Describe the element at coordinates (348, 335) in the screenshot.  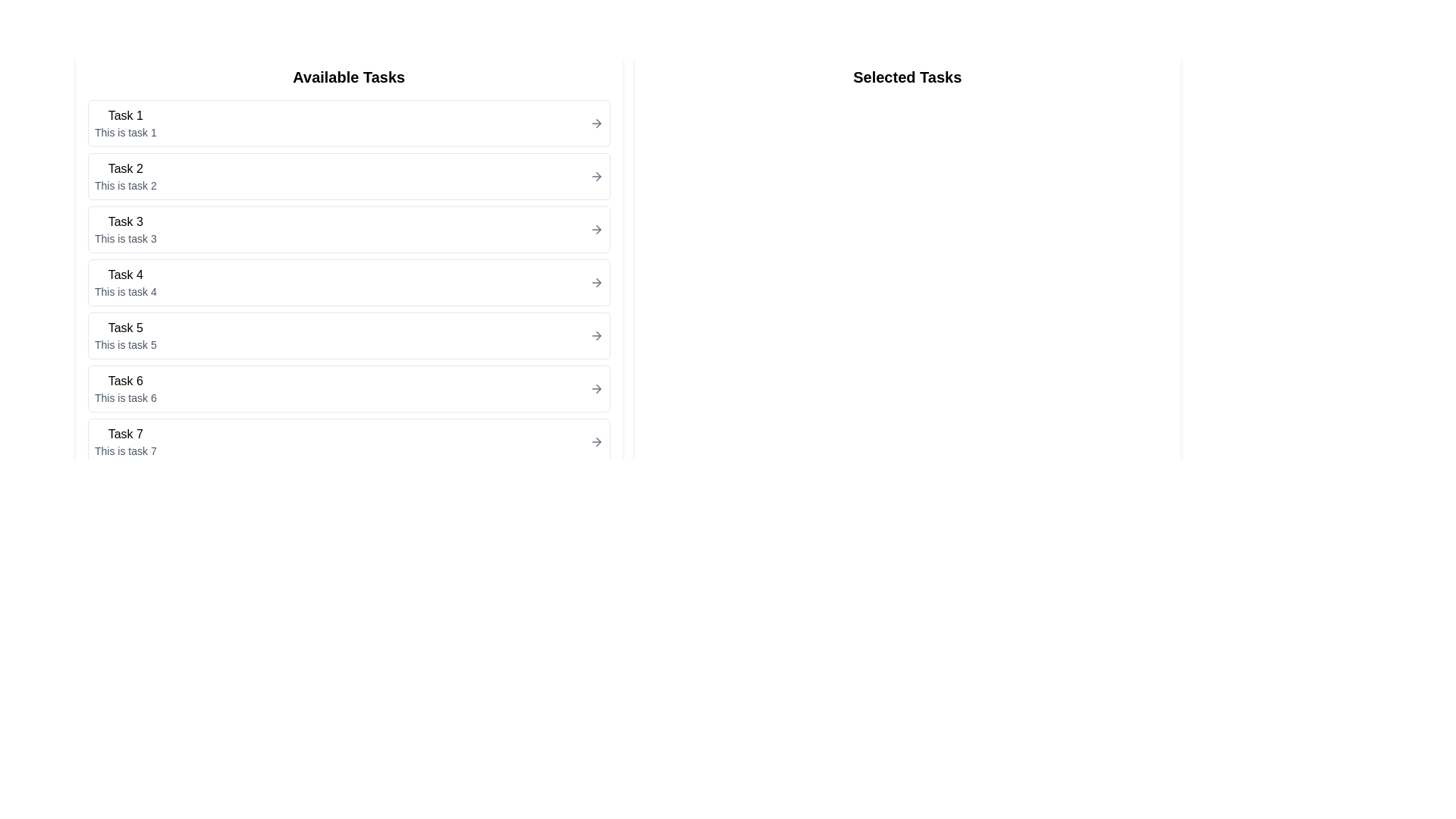
I see `the list item labeled 'Task 5'` at that location.